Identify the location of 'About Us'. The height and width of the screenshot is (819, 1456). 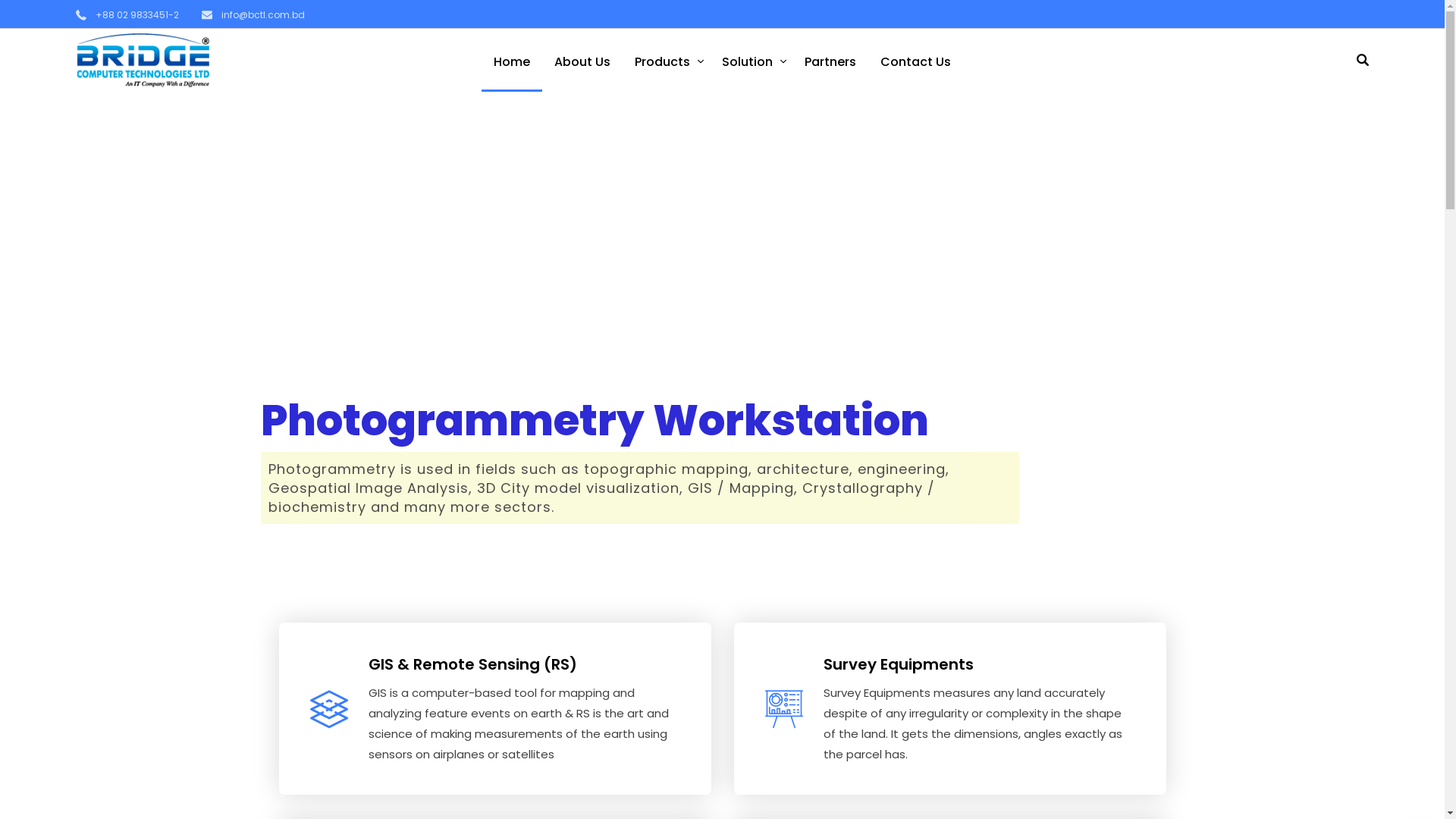
(582, 59).